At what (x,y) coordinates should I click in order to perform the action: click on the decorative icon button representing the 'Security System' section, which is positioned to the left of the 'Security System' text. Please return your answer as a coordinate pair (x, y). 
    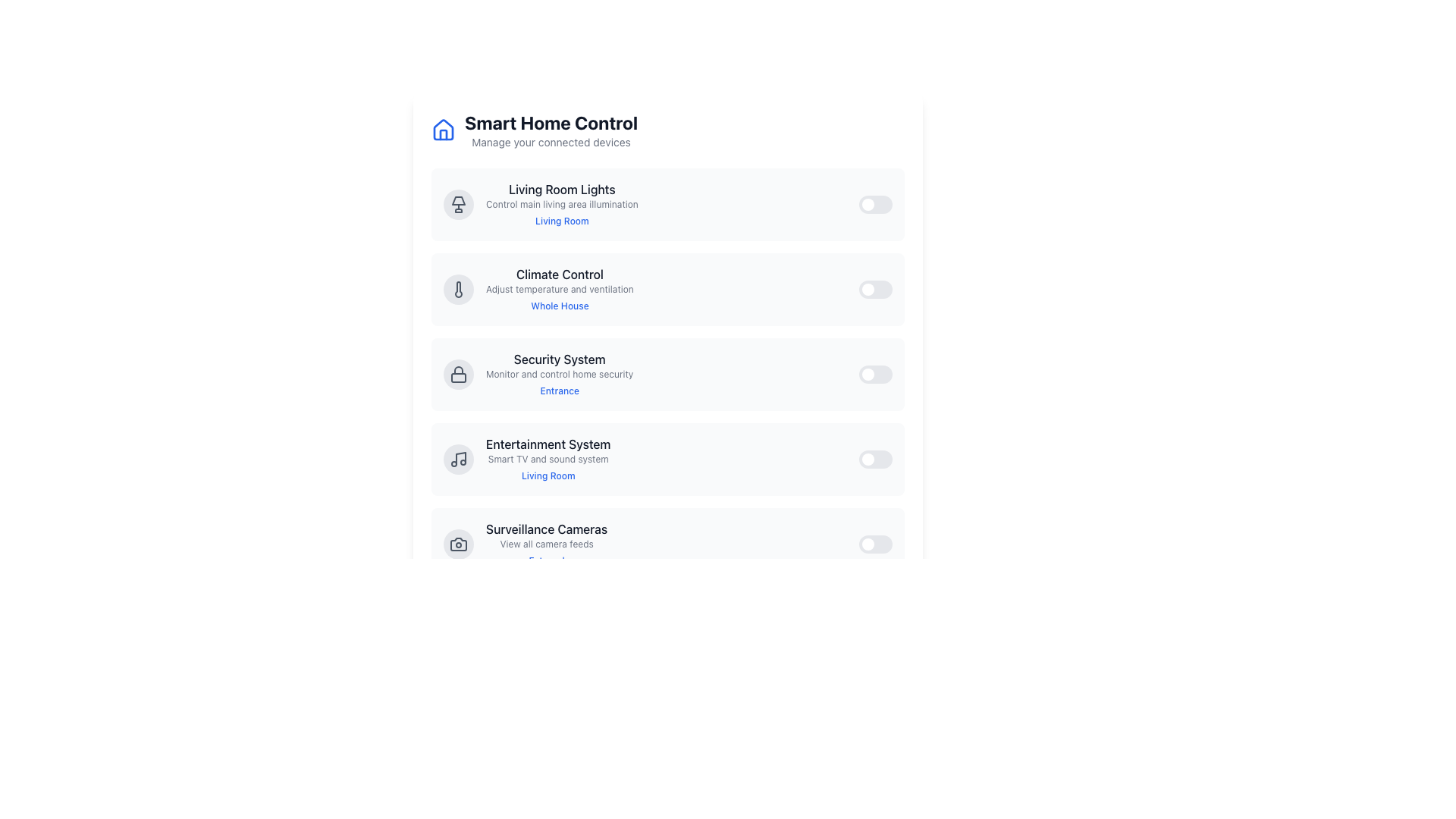
    Looking at the image, I should click on (457, 374).